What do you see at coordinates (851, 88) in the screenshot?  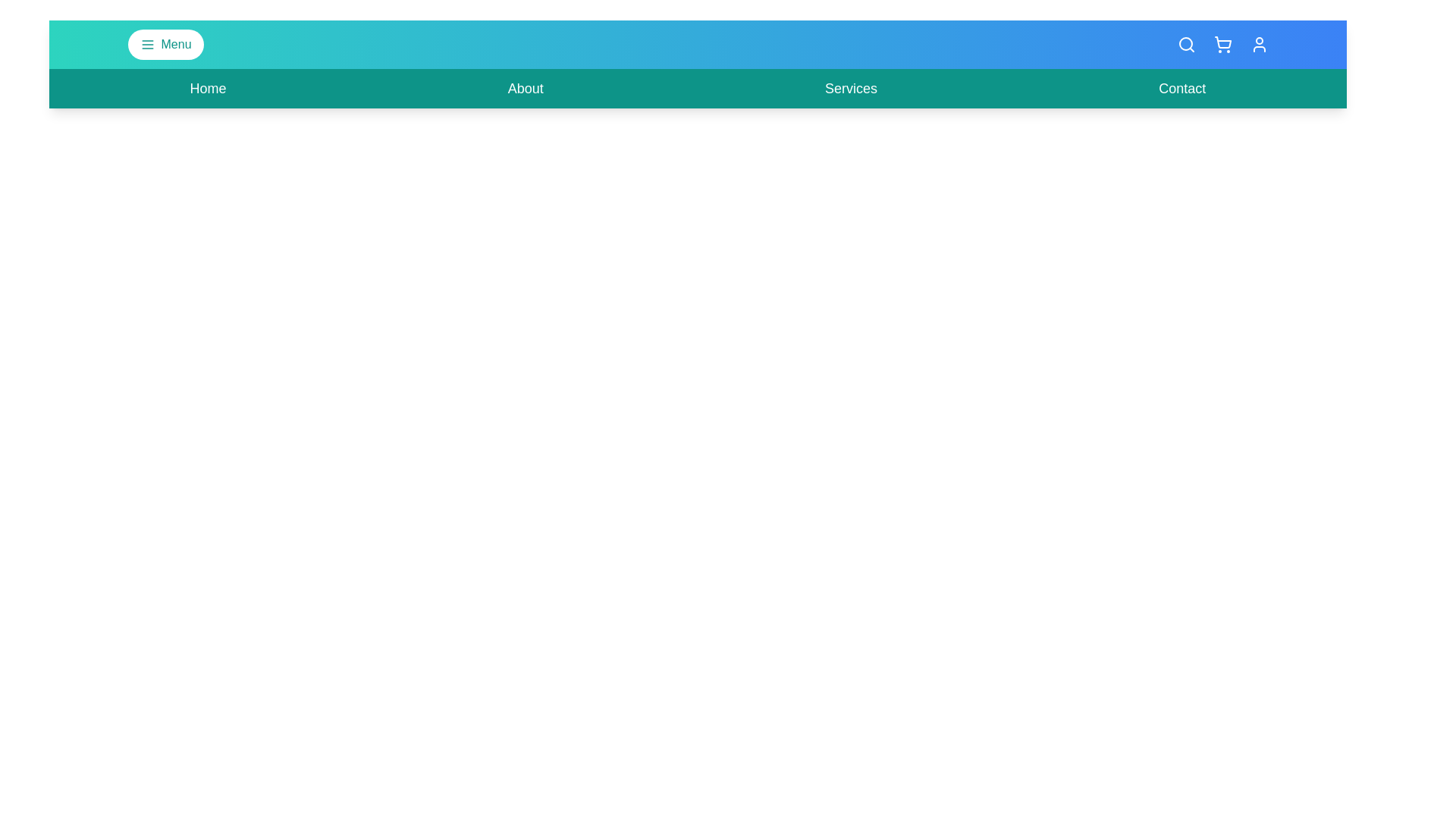 I see `the 'Services' navigation link` at bounding box center [851, 88].